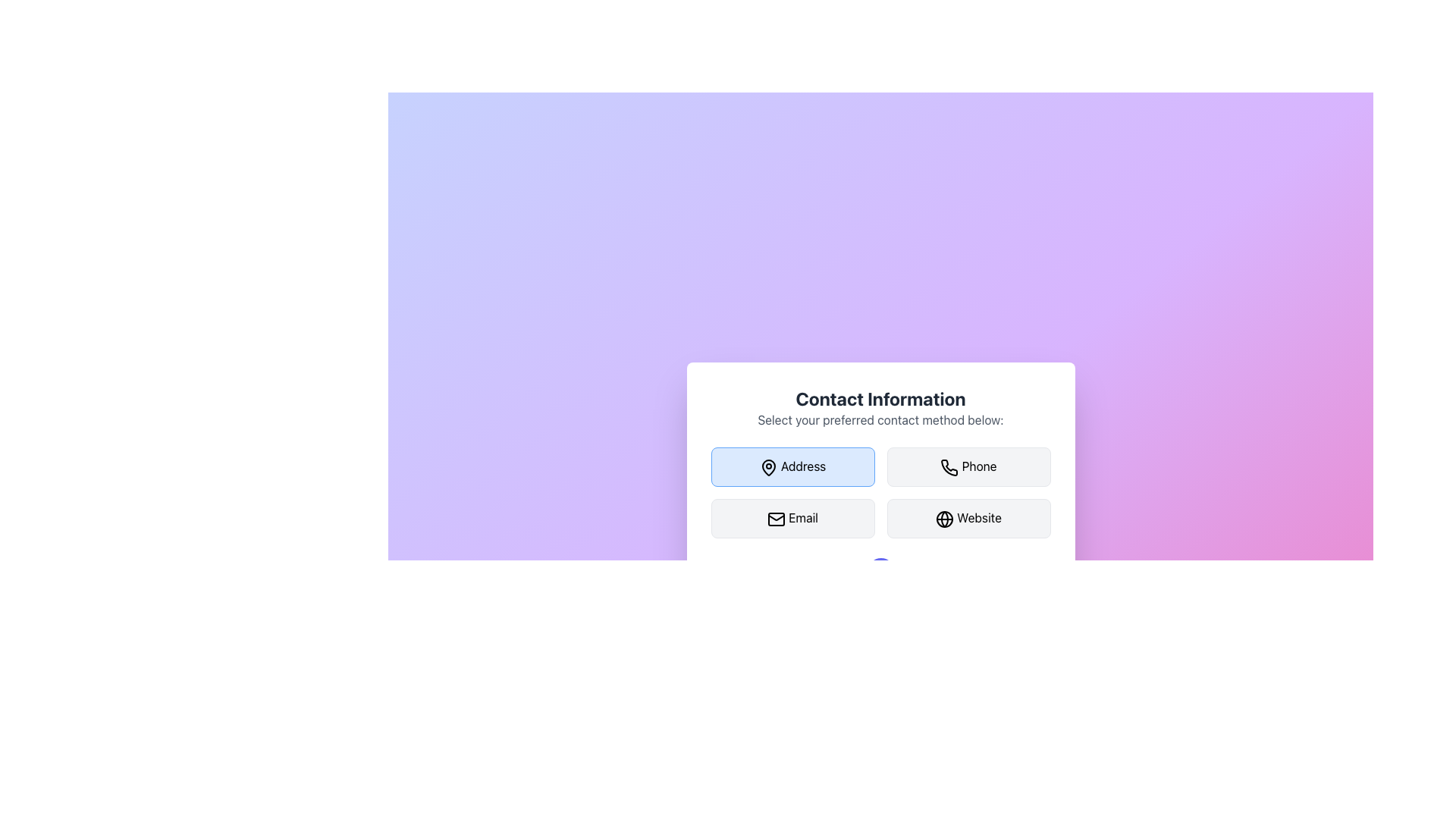 This screenshot has height=819, width=1456. Describe the element at coordinates (949, 467) in the screenshot. I see `the phone icon located inside the 'Phone' button in the top-right corner of the button grid, provided that the button is interactive` at that location.